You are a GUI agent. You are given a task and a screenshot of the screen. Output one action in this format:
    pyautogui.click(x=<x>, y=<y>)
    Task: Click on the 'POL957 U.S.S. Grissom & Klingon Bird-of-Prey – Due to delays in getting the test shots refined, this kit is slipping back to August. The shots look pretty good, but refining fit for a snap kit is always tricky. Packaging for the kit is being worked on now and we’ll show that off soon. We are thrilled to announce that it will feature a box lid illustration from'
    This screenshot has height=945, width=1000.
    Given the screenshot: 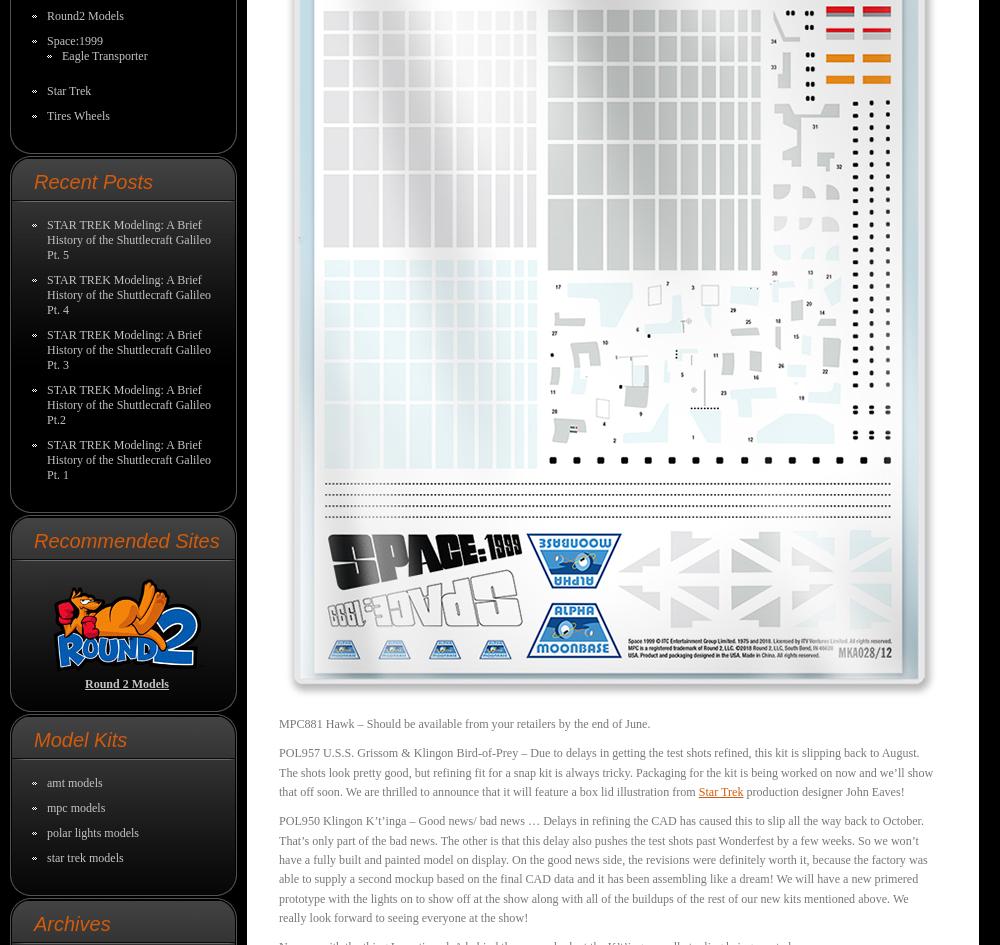 What is the action you would take?
    pyautogui.click(x=605, y=770)
    